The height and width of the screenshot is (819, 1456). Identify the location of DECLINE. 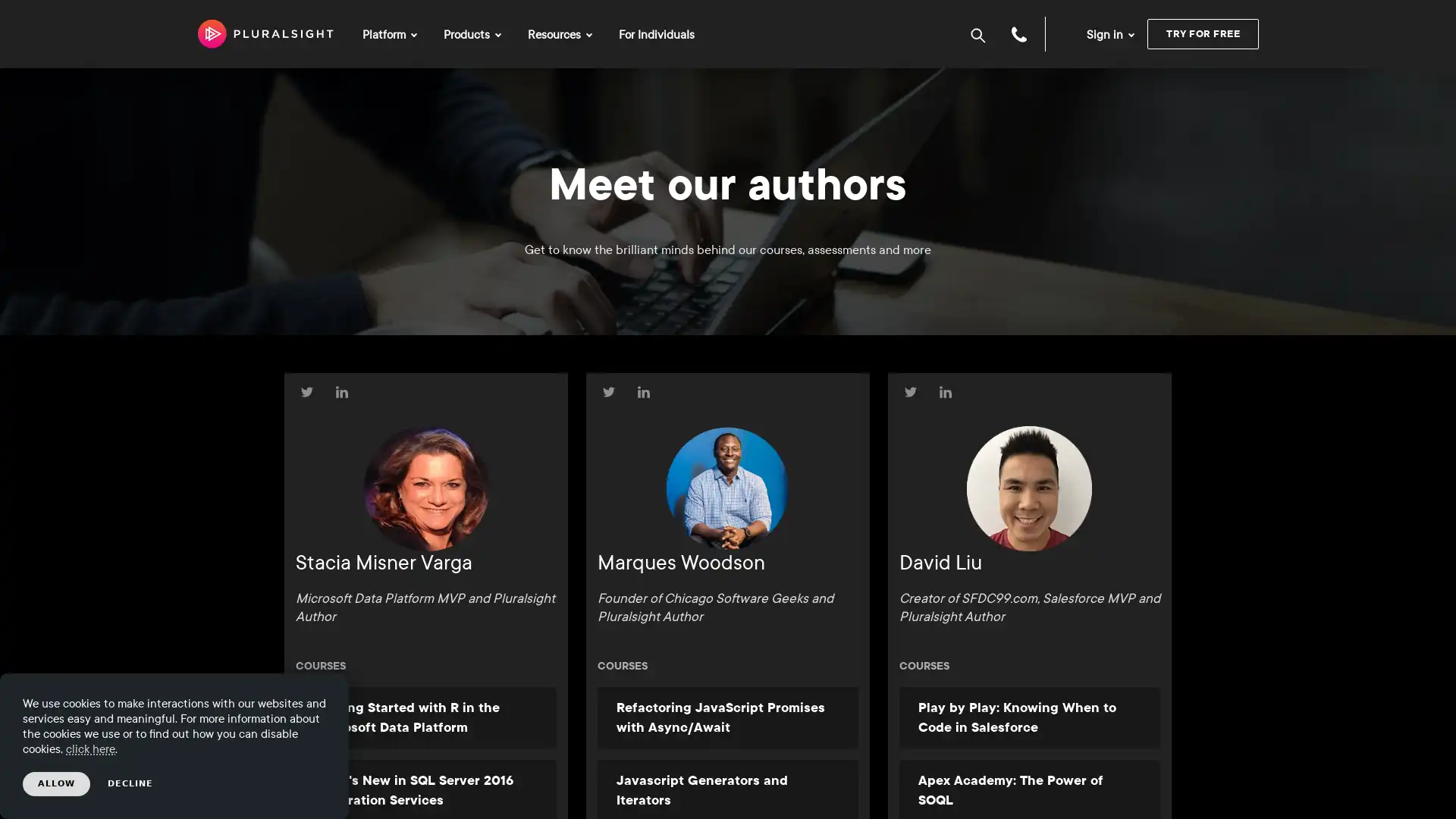
(130, 783).